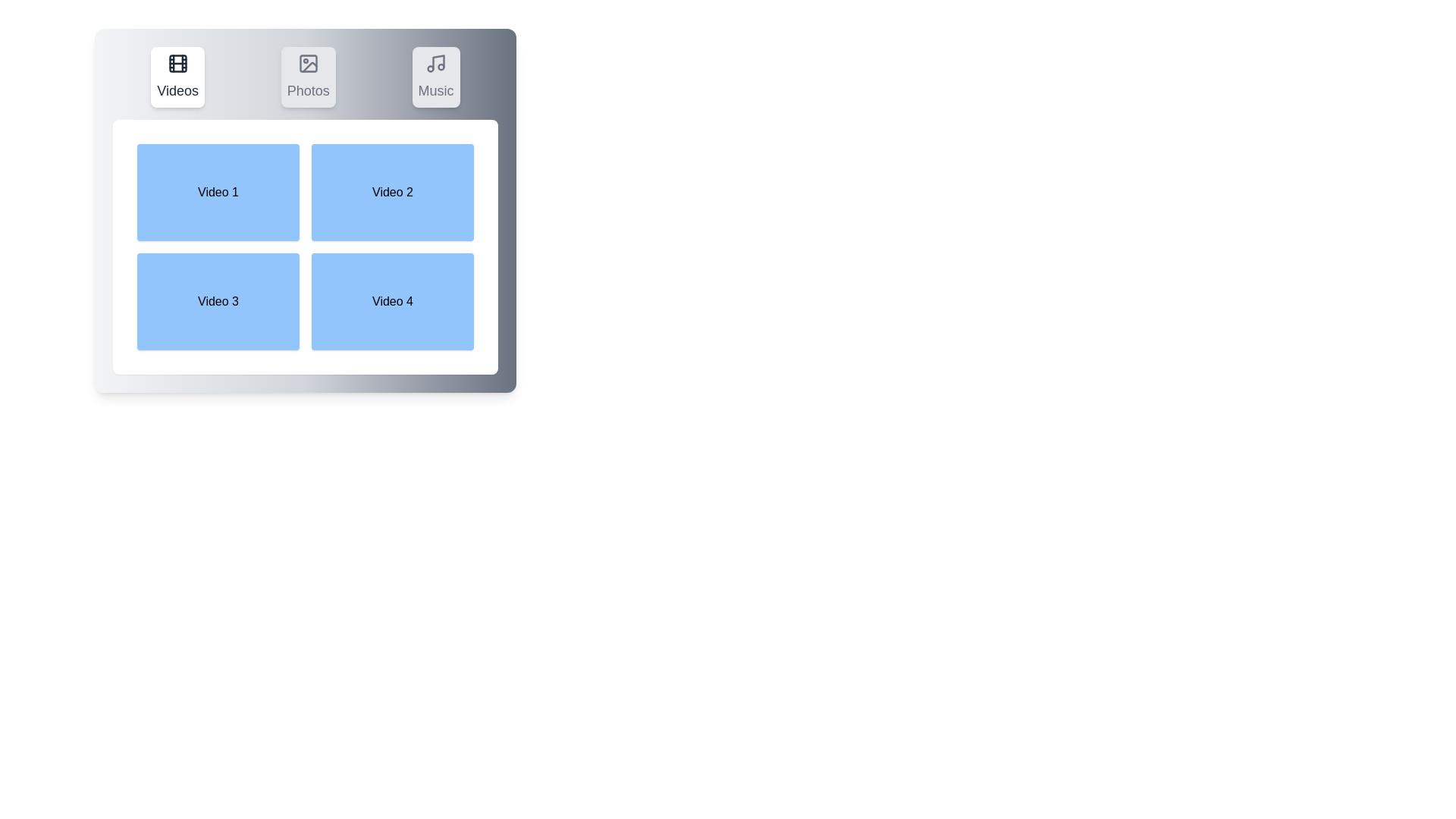  I want to click on the Video 4 Box to observe the hover effect, so click(393, 301).